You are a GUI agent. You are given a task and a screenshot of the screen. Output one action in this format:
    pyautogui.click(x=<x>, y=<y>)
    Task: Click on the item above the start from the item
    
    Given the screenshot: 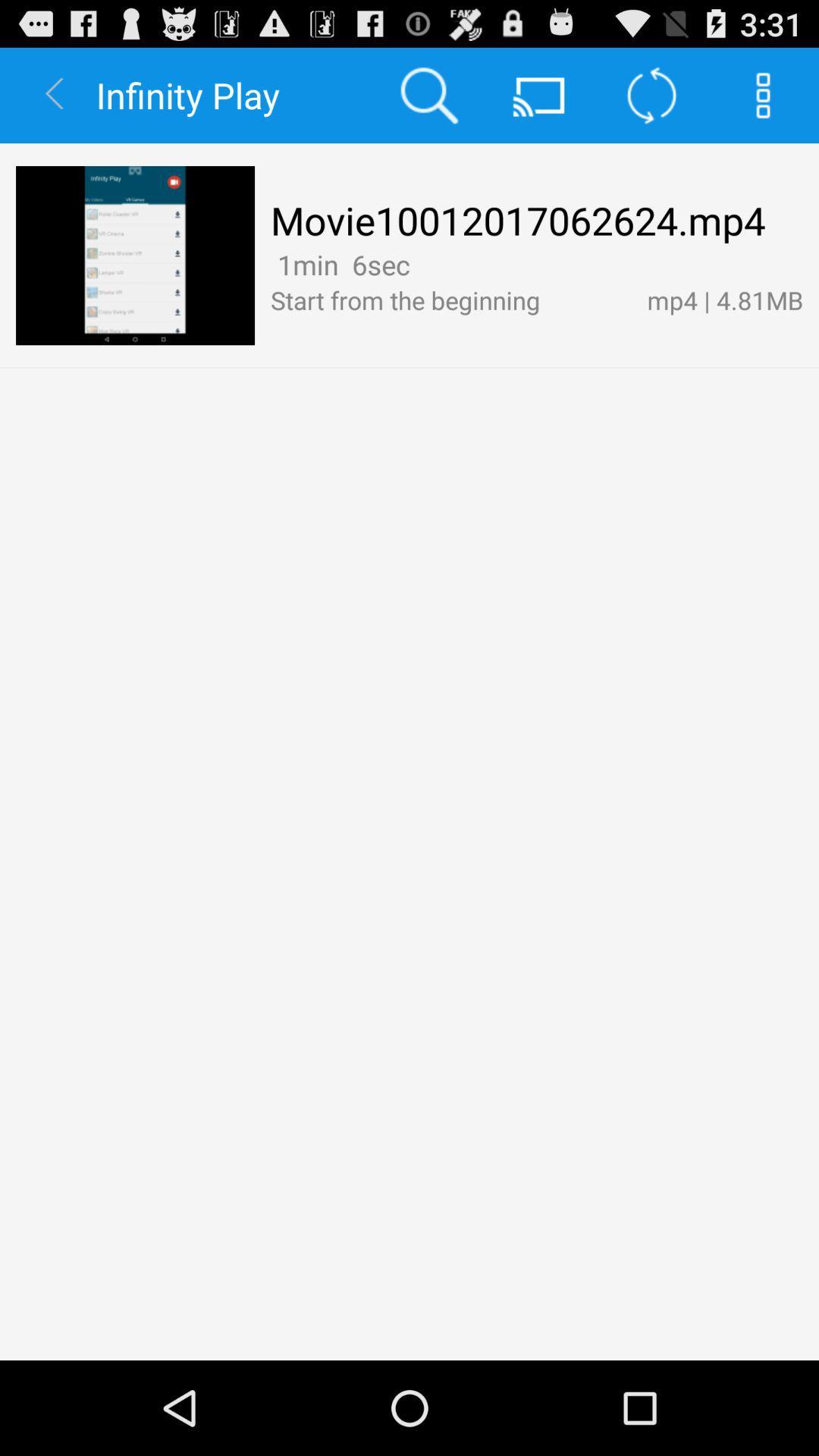 What is the action you would take?
    pyautogui.click(x=421, y=264)
    